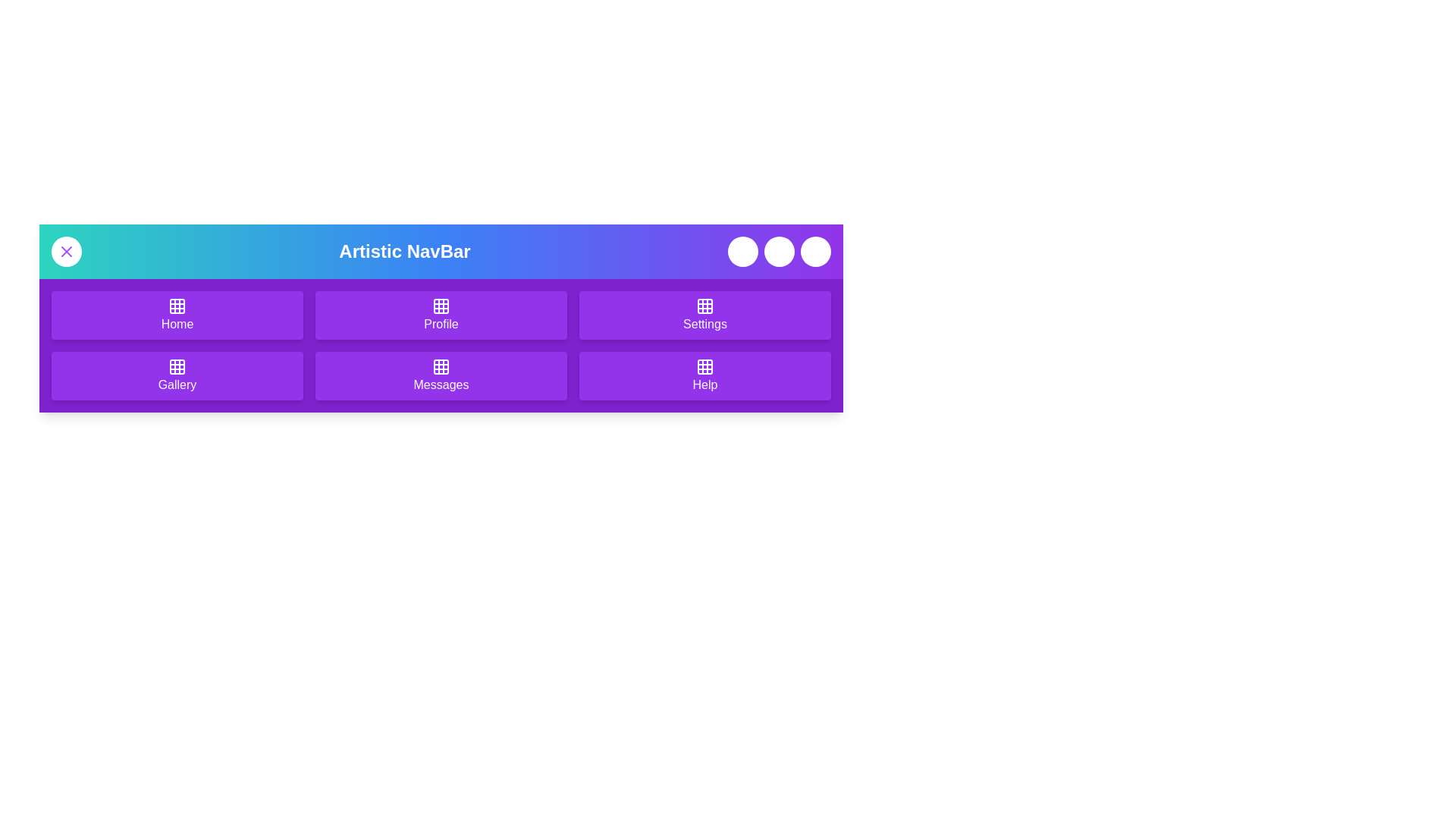 Image resolution: width=1456 pixels, height=819 pixels. Describe the element at coordinates (742, 250) in the screenshot. I see `the notification bell button` at that location.